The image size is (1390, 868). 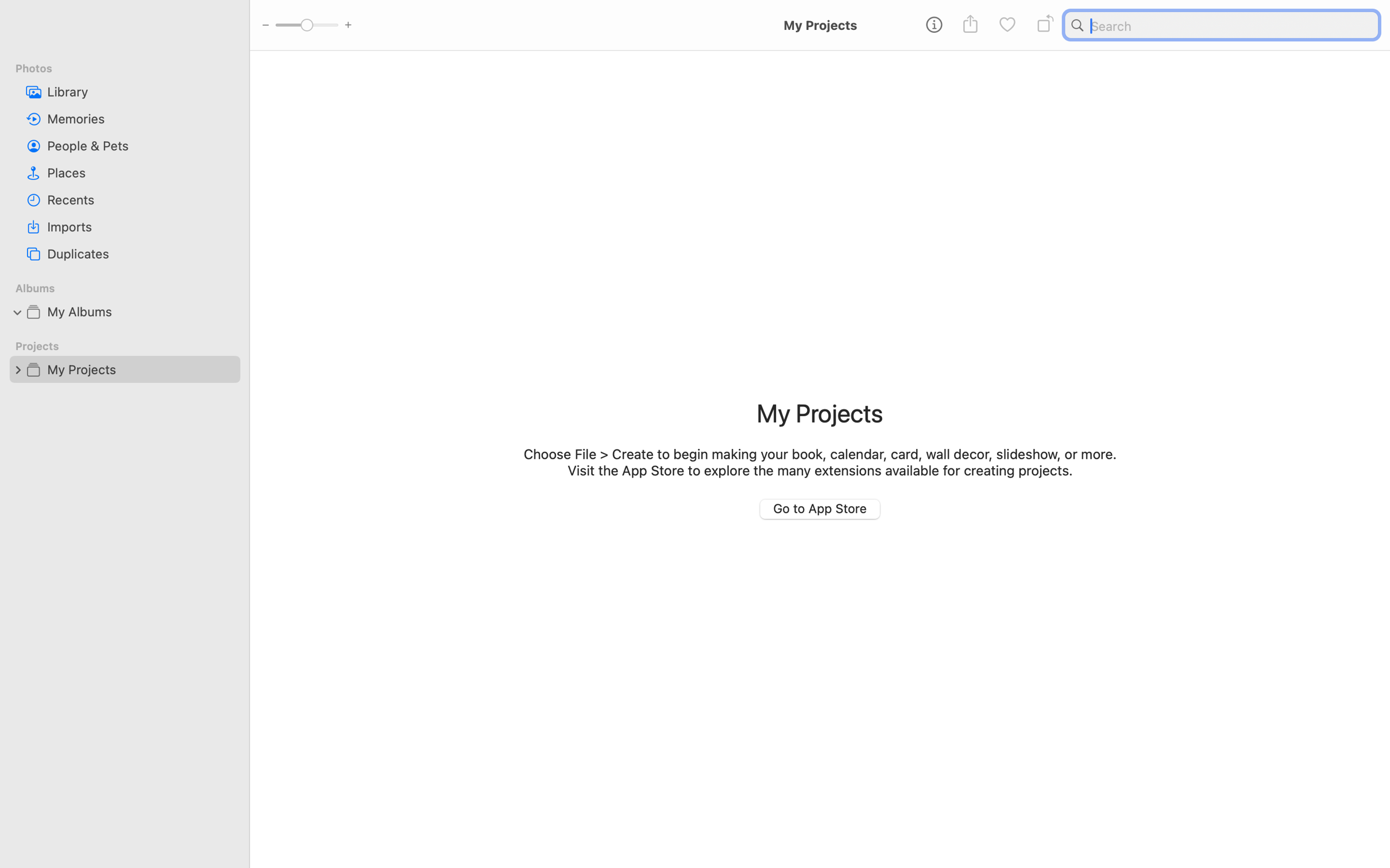 What do you see at coordinates (140, 226) in the screenshot?
I see `'Imports'` at bounding box center [140, 226].